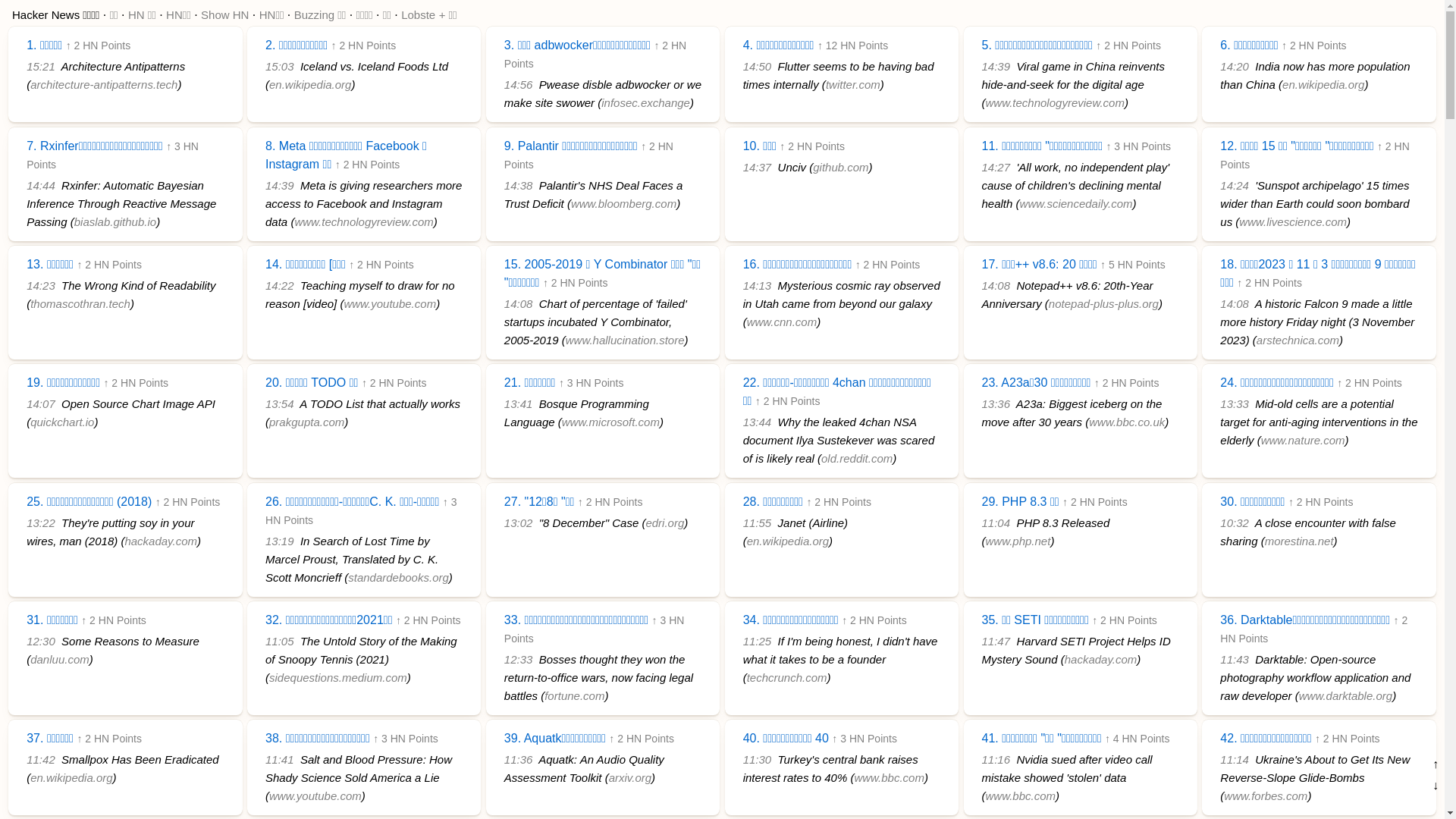 This screenshot has width=1456, height=819. I want to click on '13:41', so click(519, 403).